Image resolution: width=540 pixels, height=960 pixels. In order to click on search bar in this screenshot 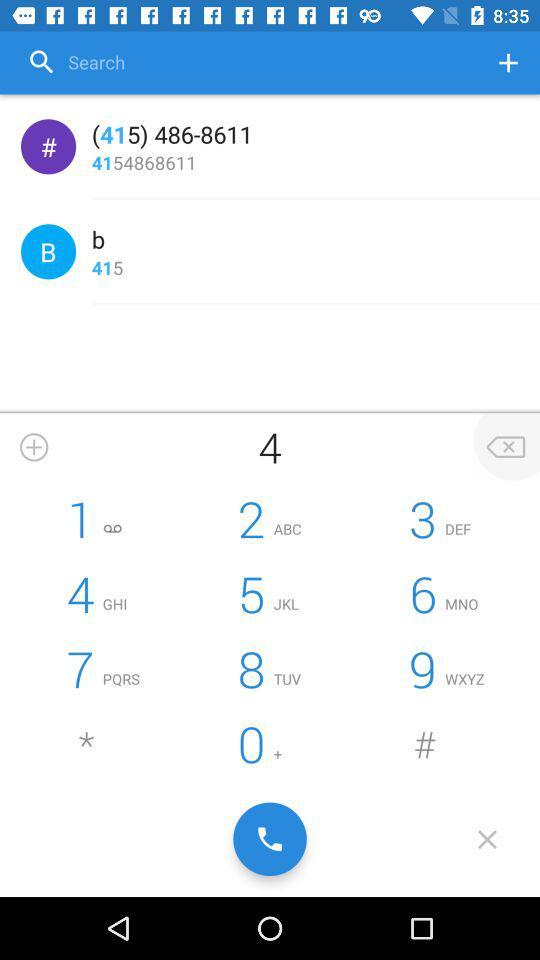, I will do `click(248, 62)`.